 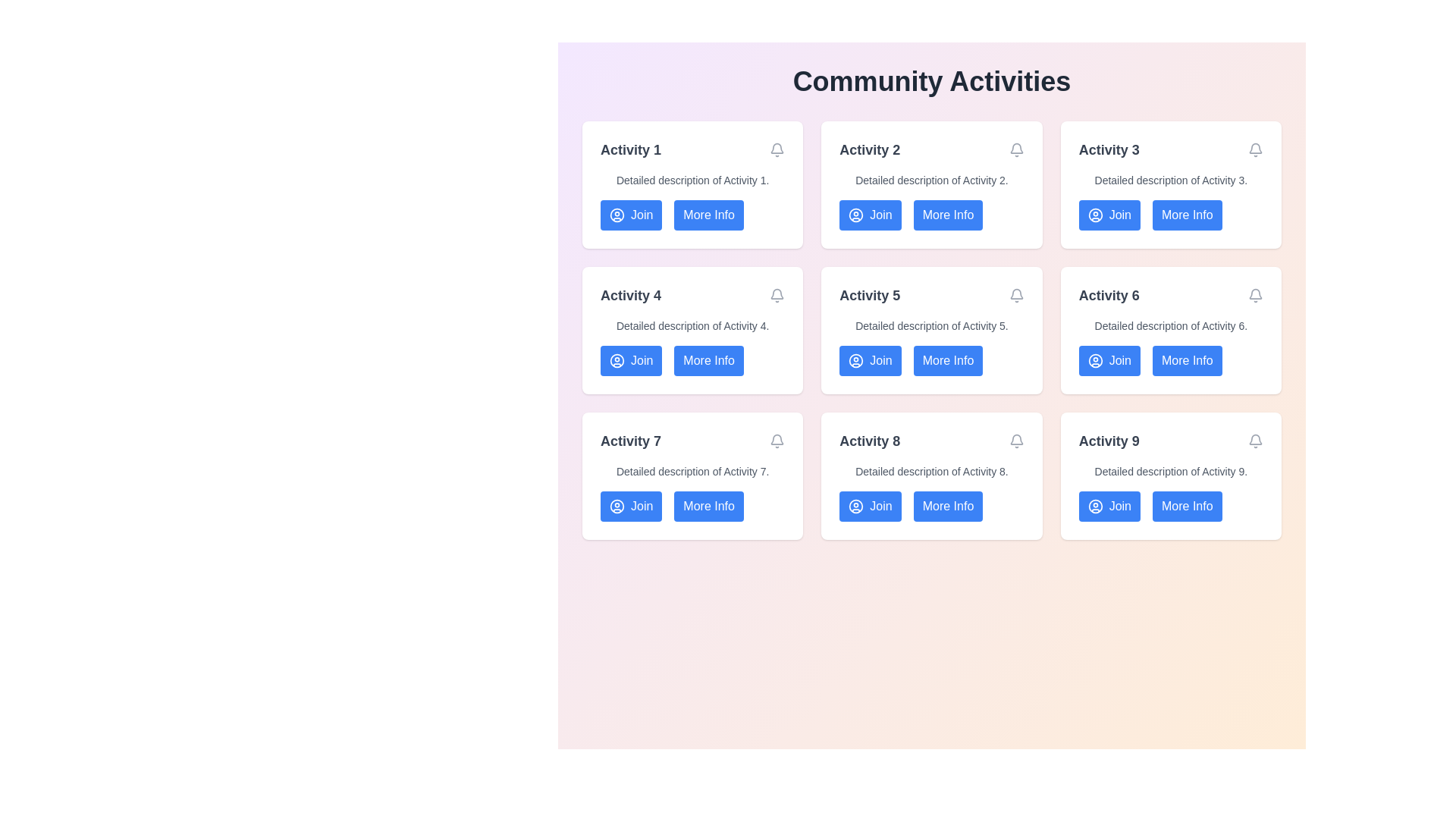 What do you see at coordinates (856, 360) in the screenshot?
I see `the small user icon with a circular border located on the left side of the 'Join' button text within the 'Activity 5' card` at bounding box center [856, 360].